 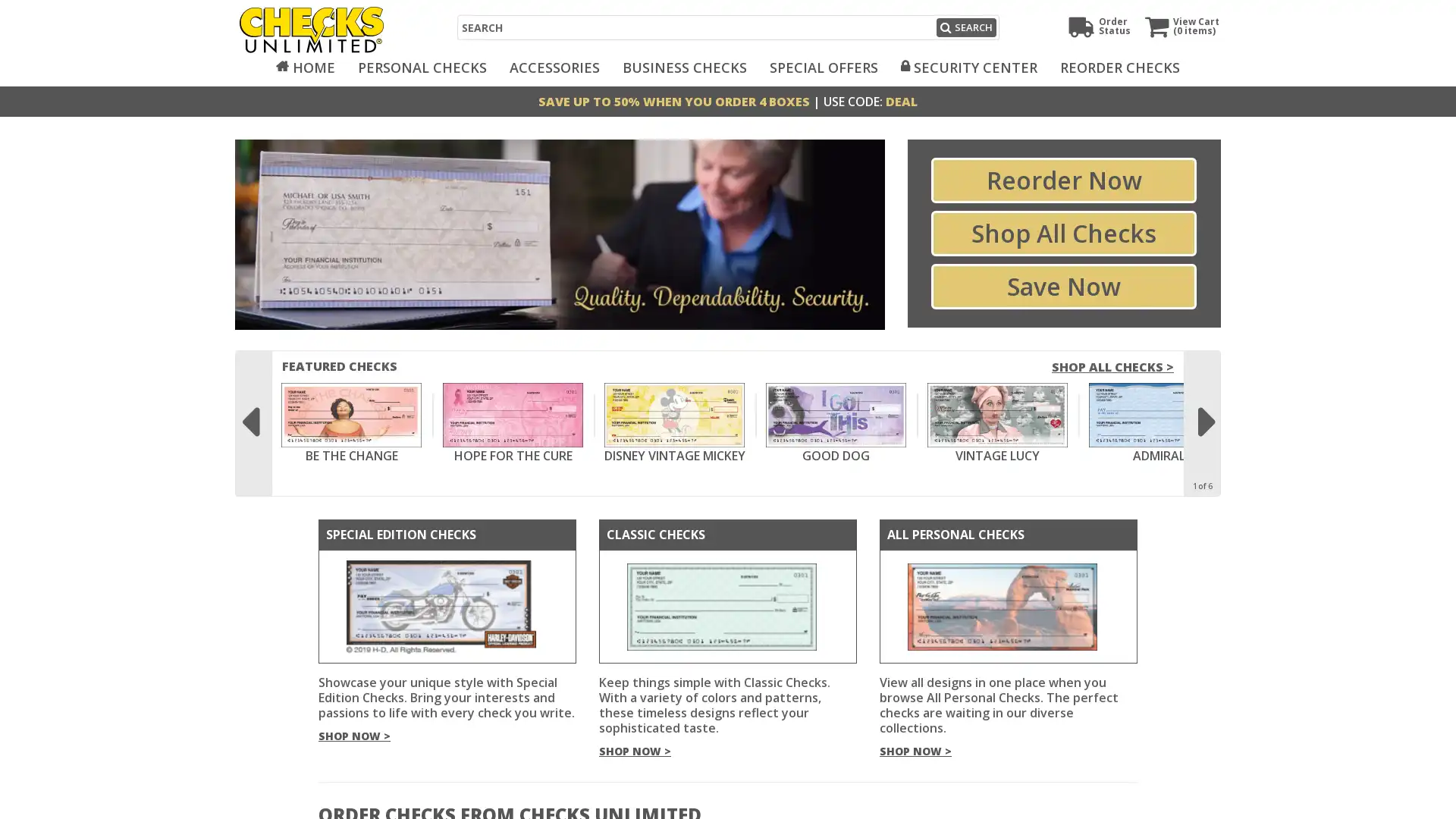 What do you see at coordinates (1205, 414) in the screenshot?
I see `Next` at bounding box center [1205, 414].